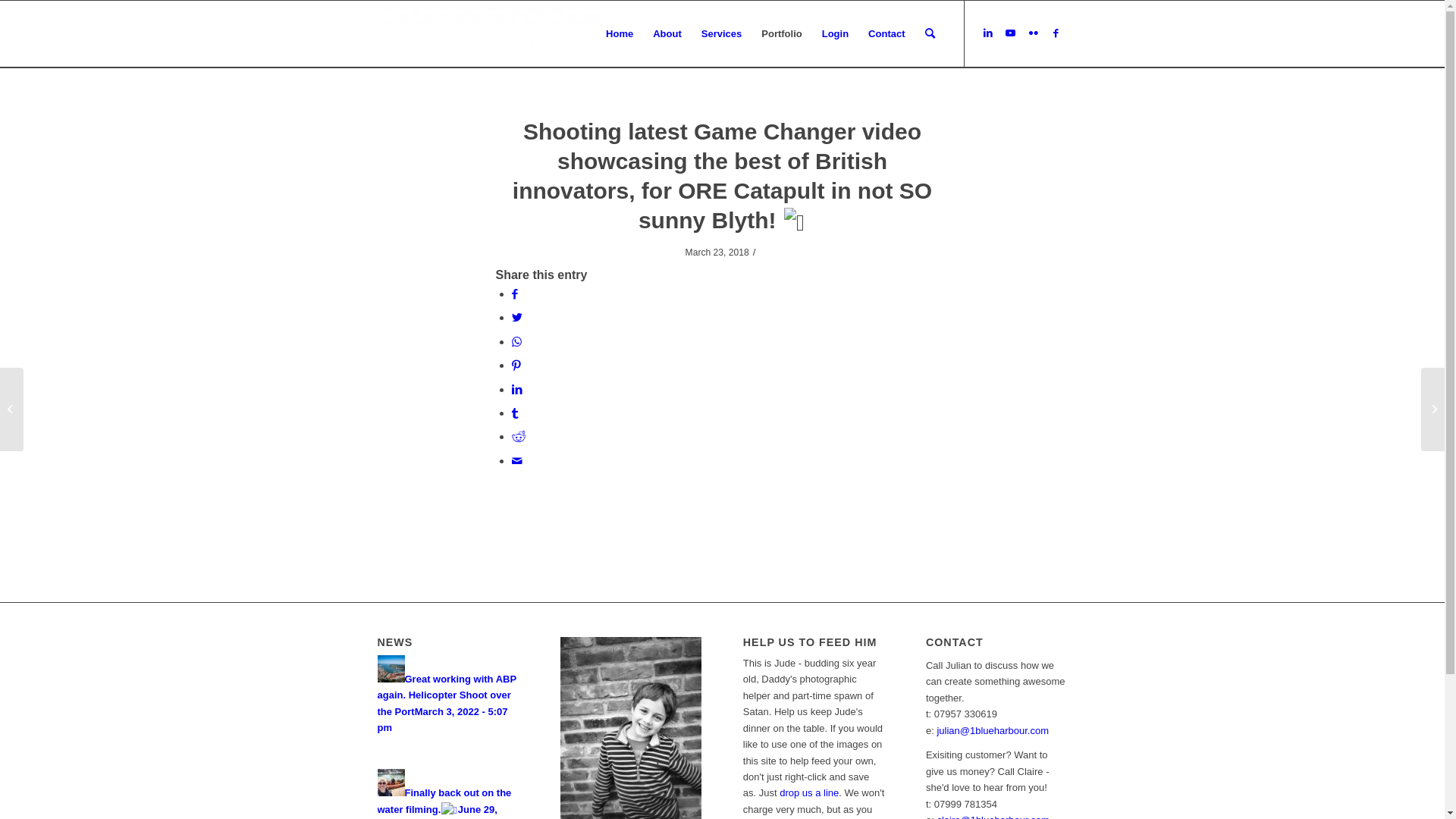 The height and width of the screenshot is (819, 1456). I want to click on 'Home', so click(619, 34).